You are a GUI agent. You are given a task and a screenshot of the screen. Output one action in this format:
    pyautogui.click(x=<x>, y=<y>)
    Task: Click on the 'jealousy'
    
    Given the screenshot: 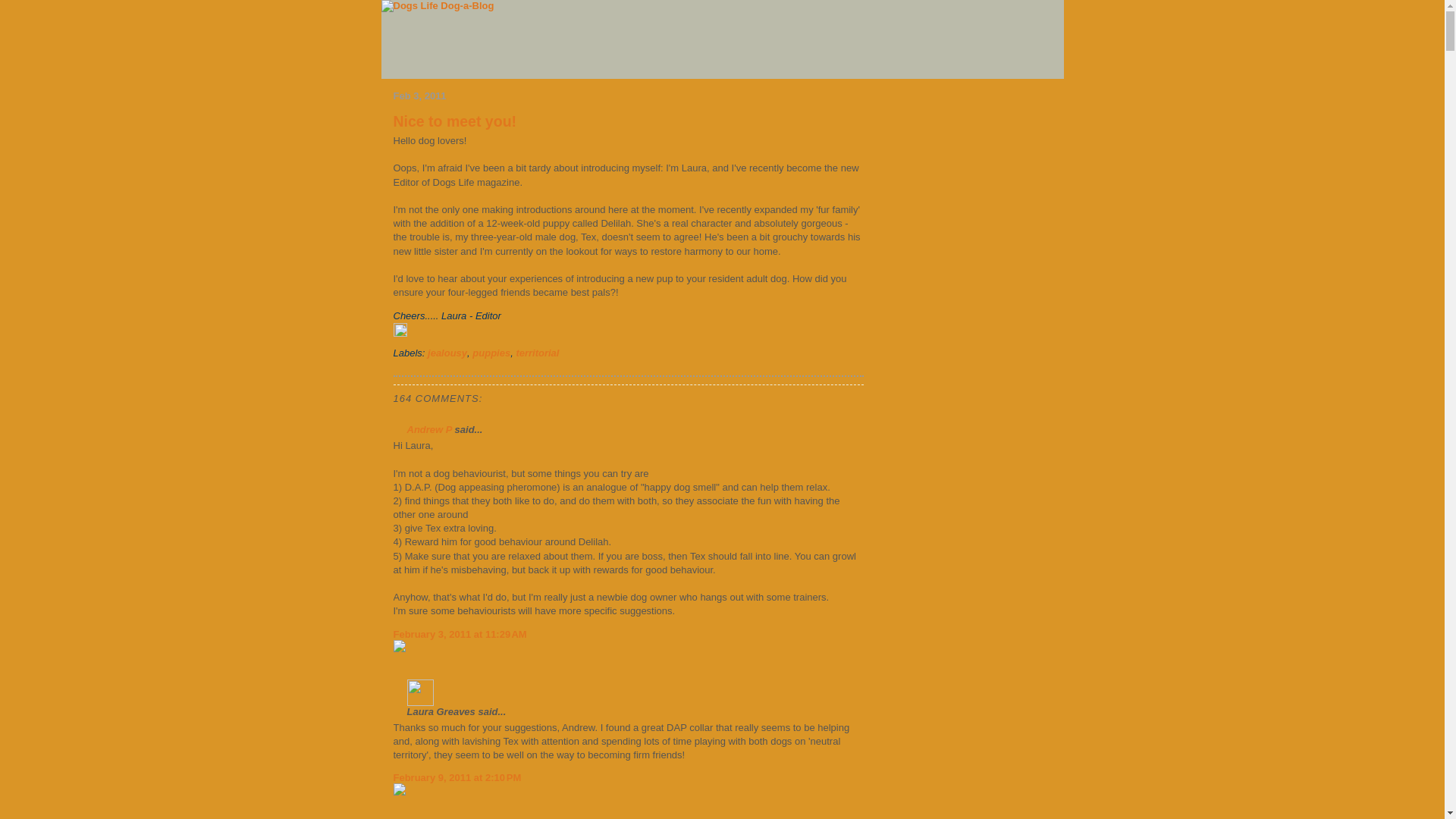 What is the action you would take?
    pyautogui.click(x=447, y=353)
    